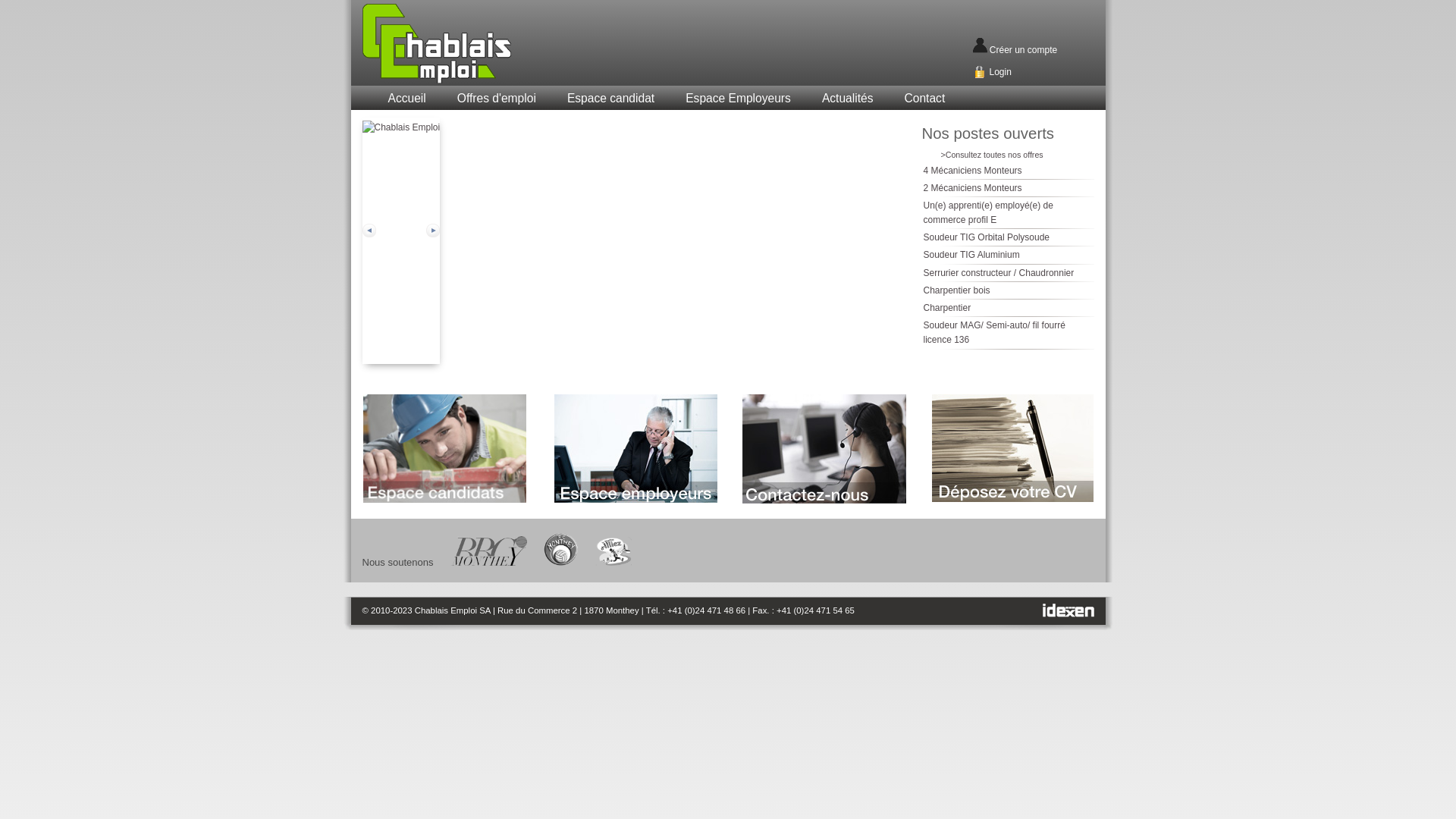  Describe the element at coordinates (406, 99) in the screenshot. I see `'Accueil'` at that location.